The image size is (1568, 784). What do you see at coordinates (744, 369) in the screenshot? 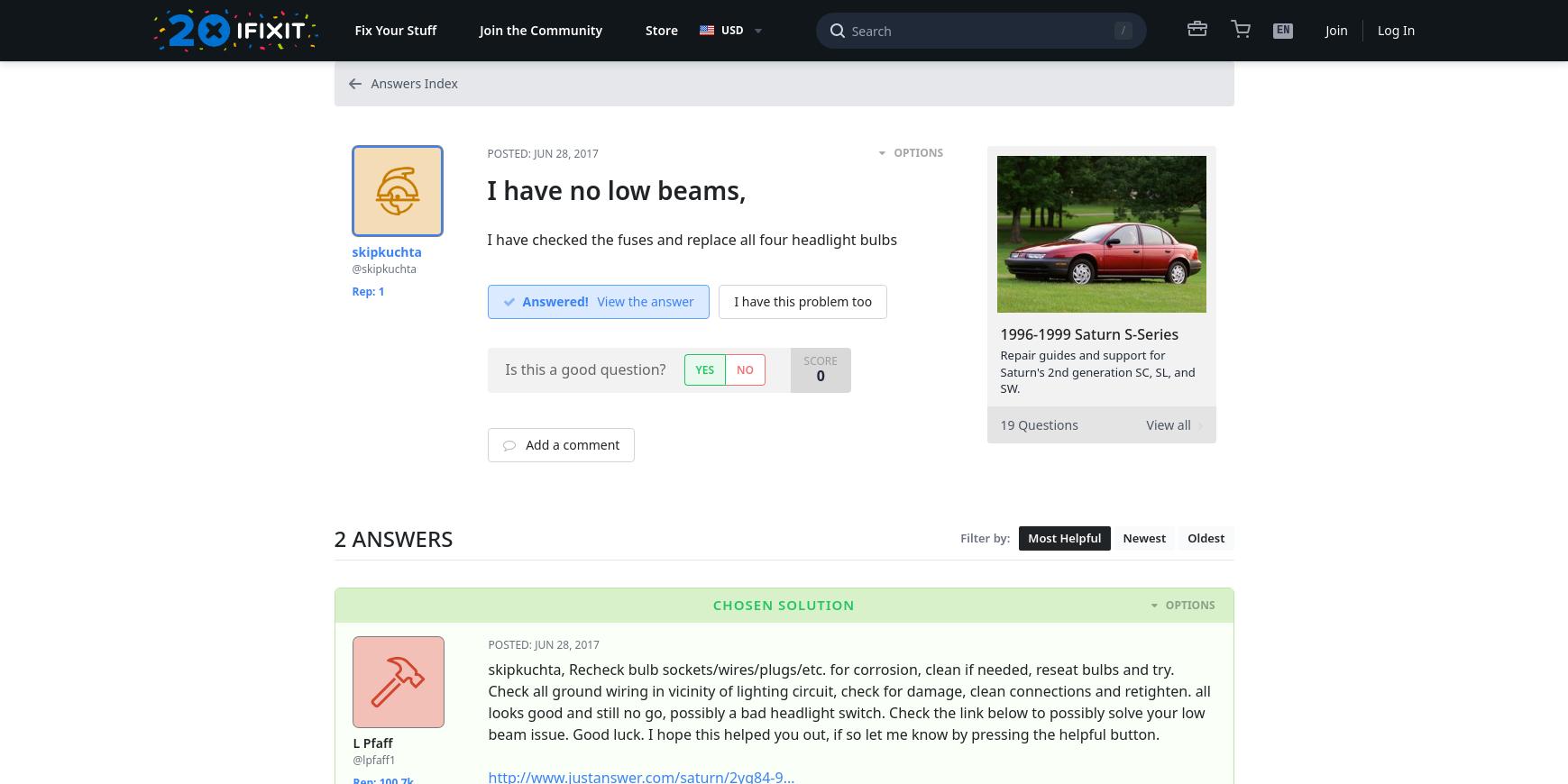
I see `'No'` at bounding box center [744, 369].